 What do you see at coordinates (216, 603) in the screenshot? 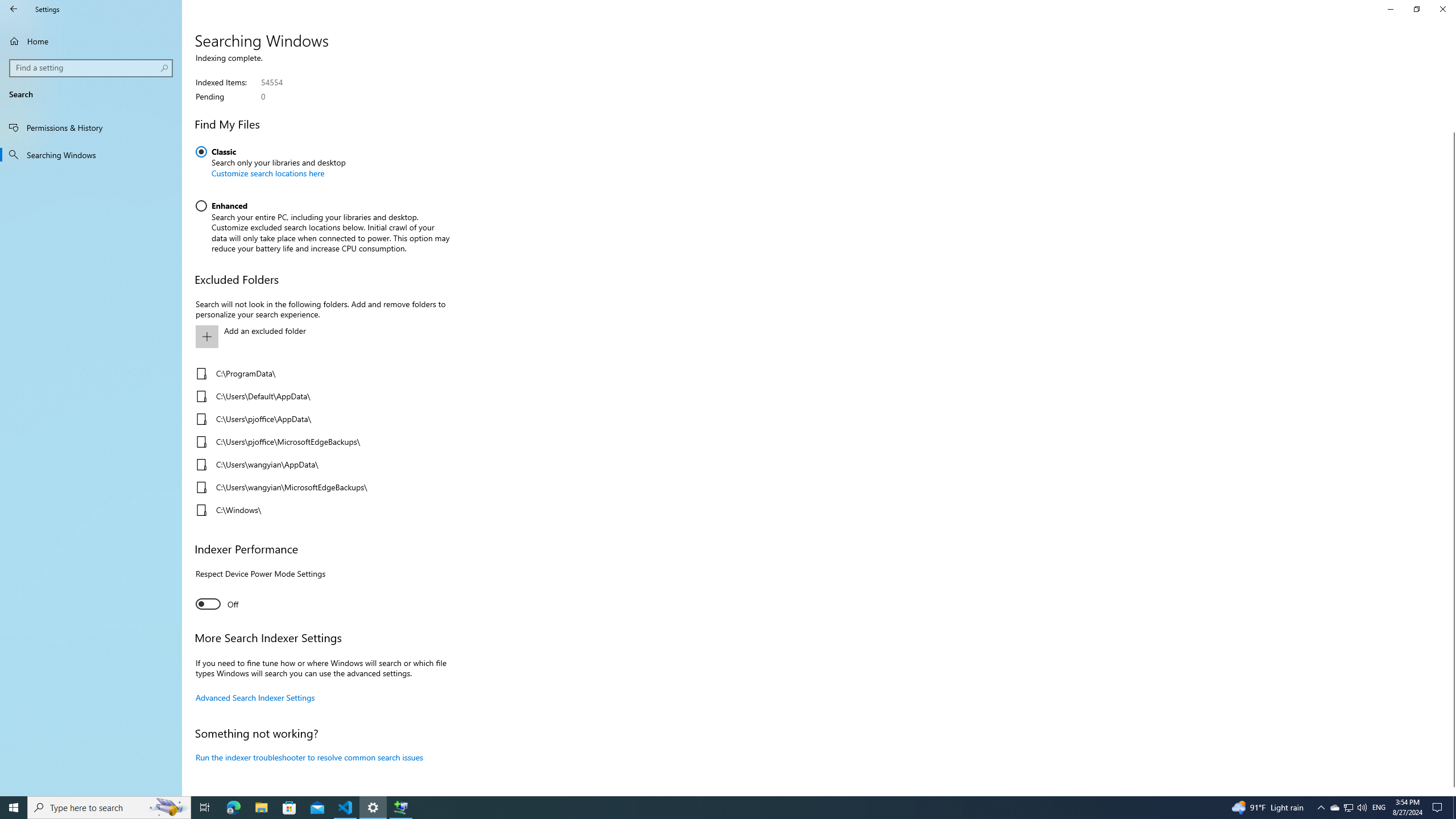
I see `'Indexer Performance. Respect Device Power Mode Settings'` at bounding box center [216, 603].